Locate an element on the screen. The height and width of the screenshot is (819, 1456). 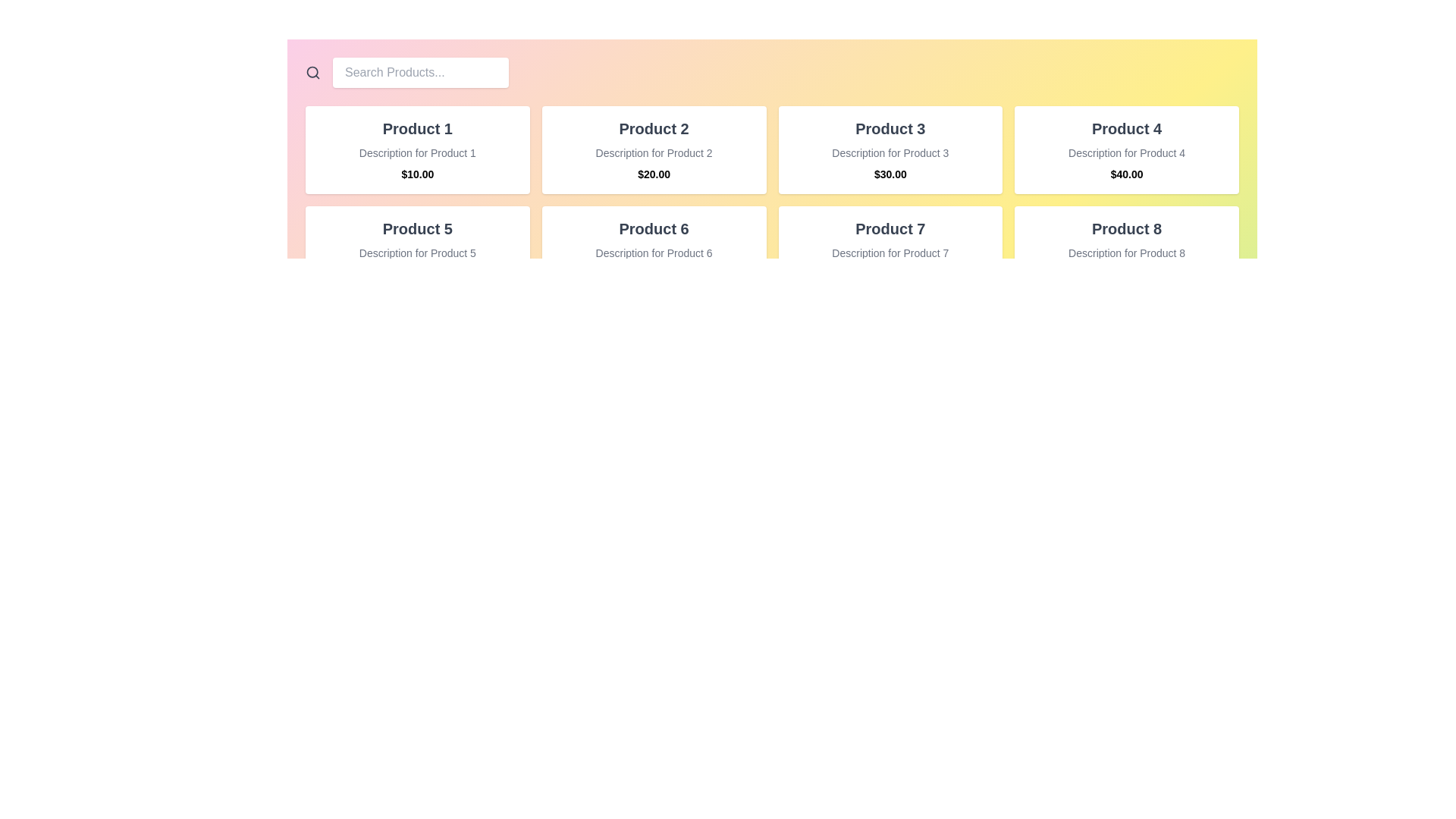
the informational text label providing a description of 'Product 8', positioned between the title and price in the bottom-right product card is located at coordinates (1127, 253).